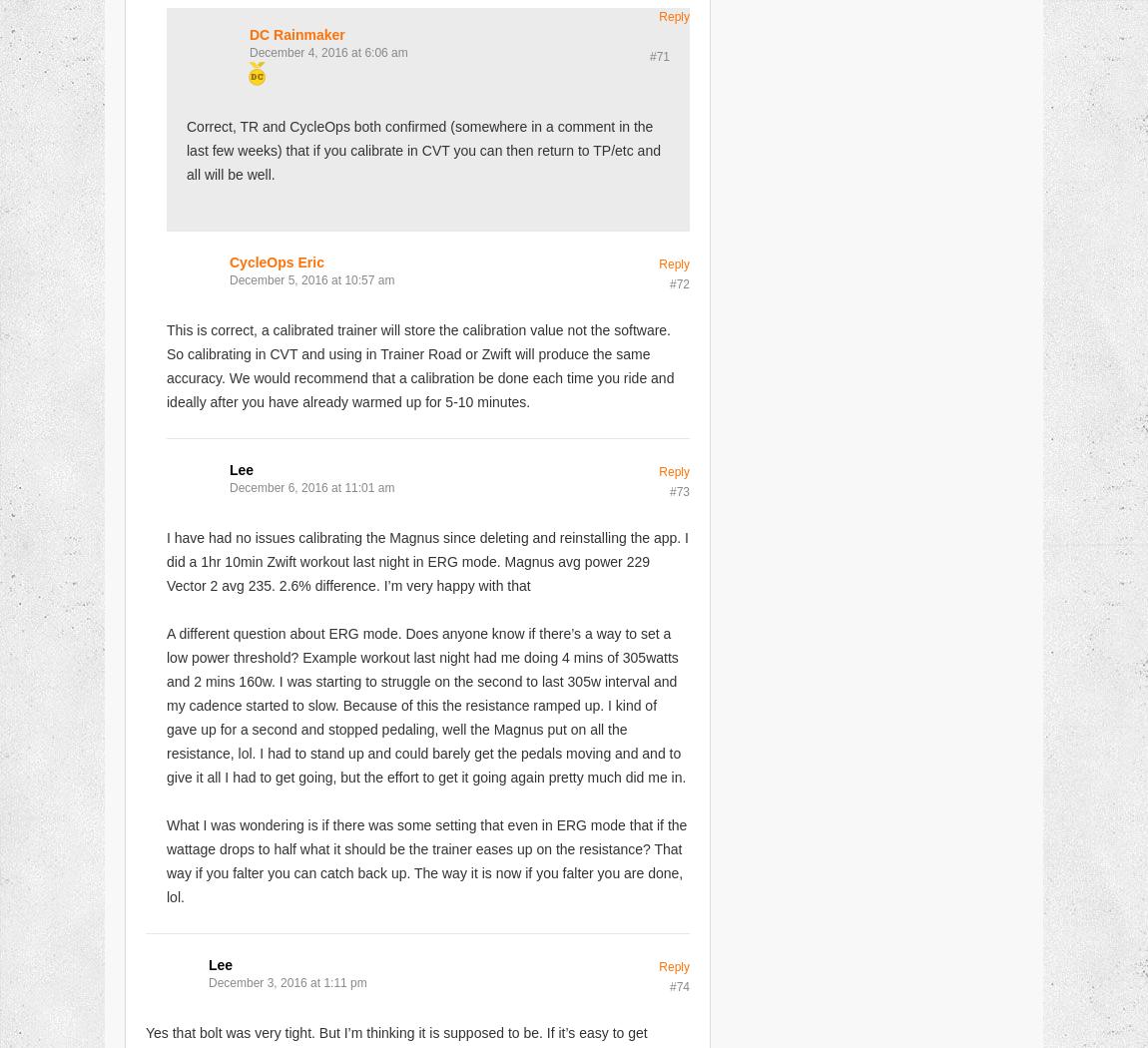 The image size is (1148, 1048). I want to click on 'A different question about ERG mode. Does anyone know if there’s a way to set a low power threshold? Example workout last night had me doing 4 mins of 305watts and 2 mins 160w. I was starting to struggle on the second to last 305w interval and my cadence started to slow. Because of this the resistance ramped up. I kind of gave up for a second and stopped pedaling, well the Magnus put on all the resistance, lol. I had to stand up and could barely get the pedals moving and and to give it all I had to get going, but the effort to get it going again pretty  much did me in.', so click(165, 705).